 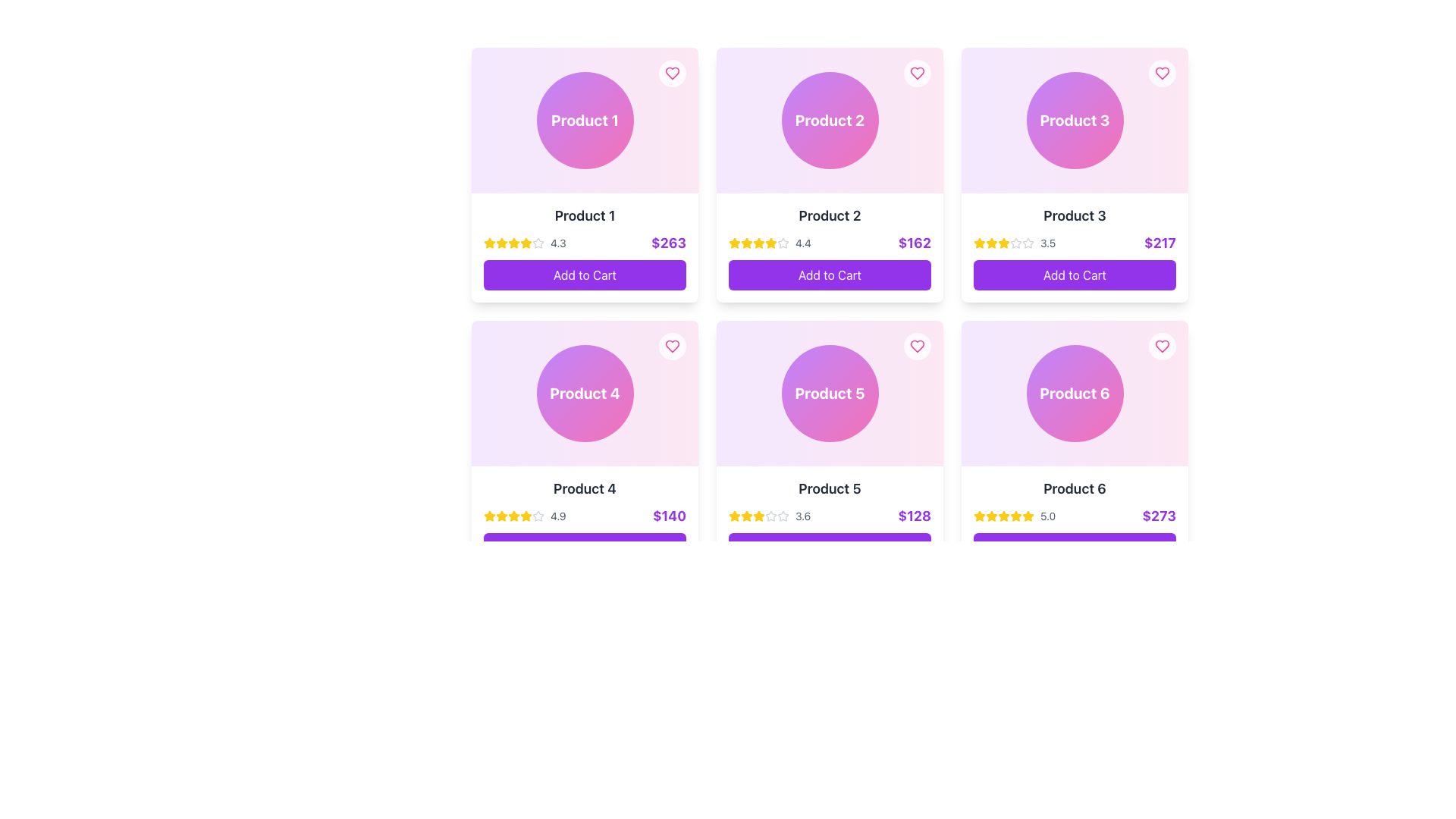 What do you see at coordinates (502, 516) in the screenshot?
I see `the third filled star icon in the 5-star rating system located below the title 'Product 4' and above the price '$140' to interact with the rating` at bounding box center [502, 516].